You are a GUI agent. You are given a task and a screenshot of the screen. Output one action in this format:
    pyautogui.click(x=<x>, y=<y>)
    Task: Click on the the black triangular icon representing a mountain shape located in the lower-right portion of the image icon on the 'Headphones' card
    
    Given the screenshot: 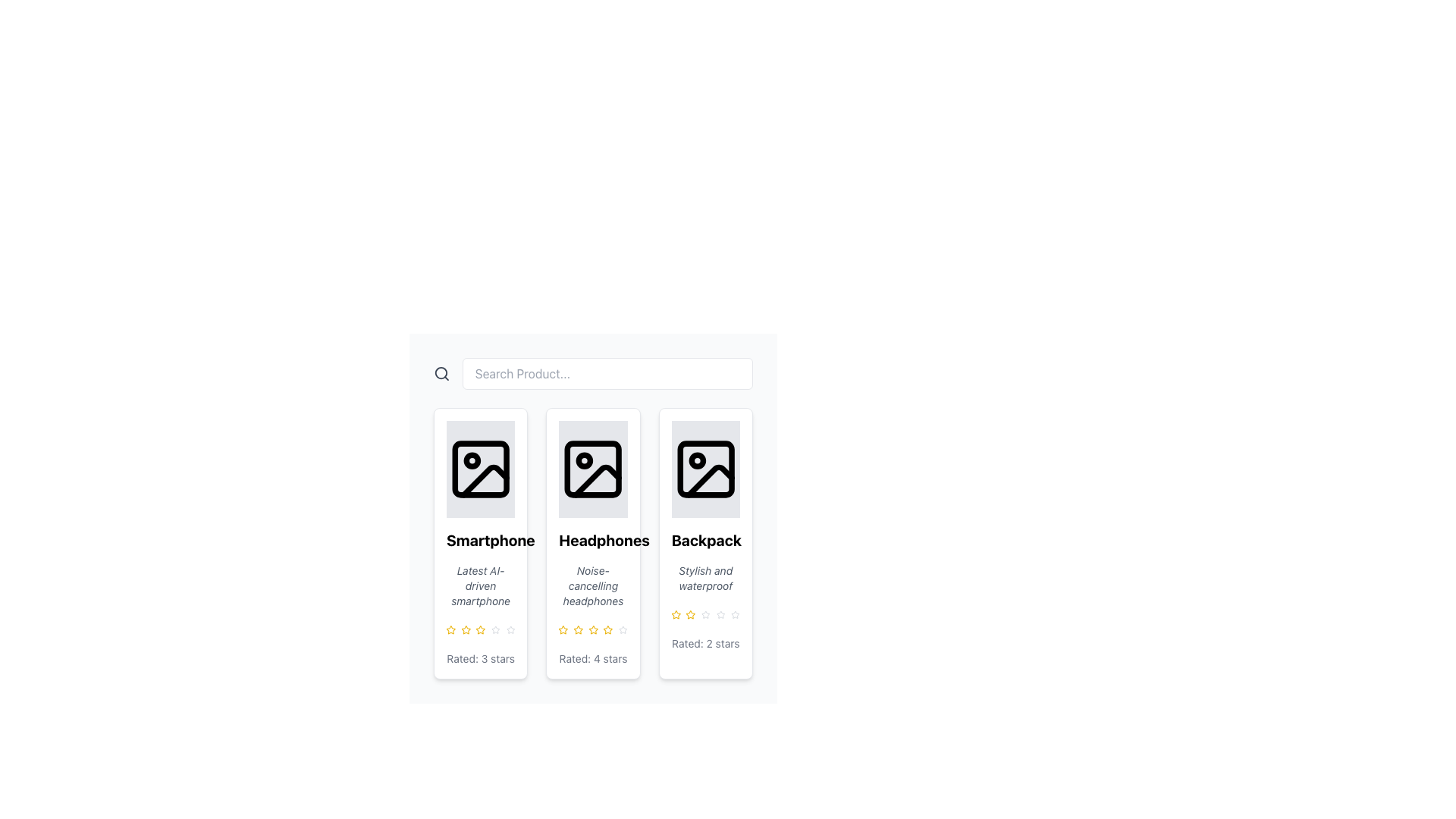 What is the action you would take?
    pyautogui.click(x=597, y=481)
    